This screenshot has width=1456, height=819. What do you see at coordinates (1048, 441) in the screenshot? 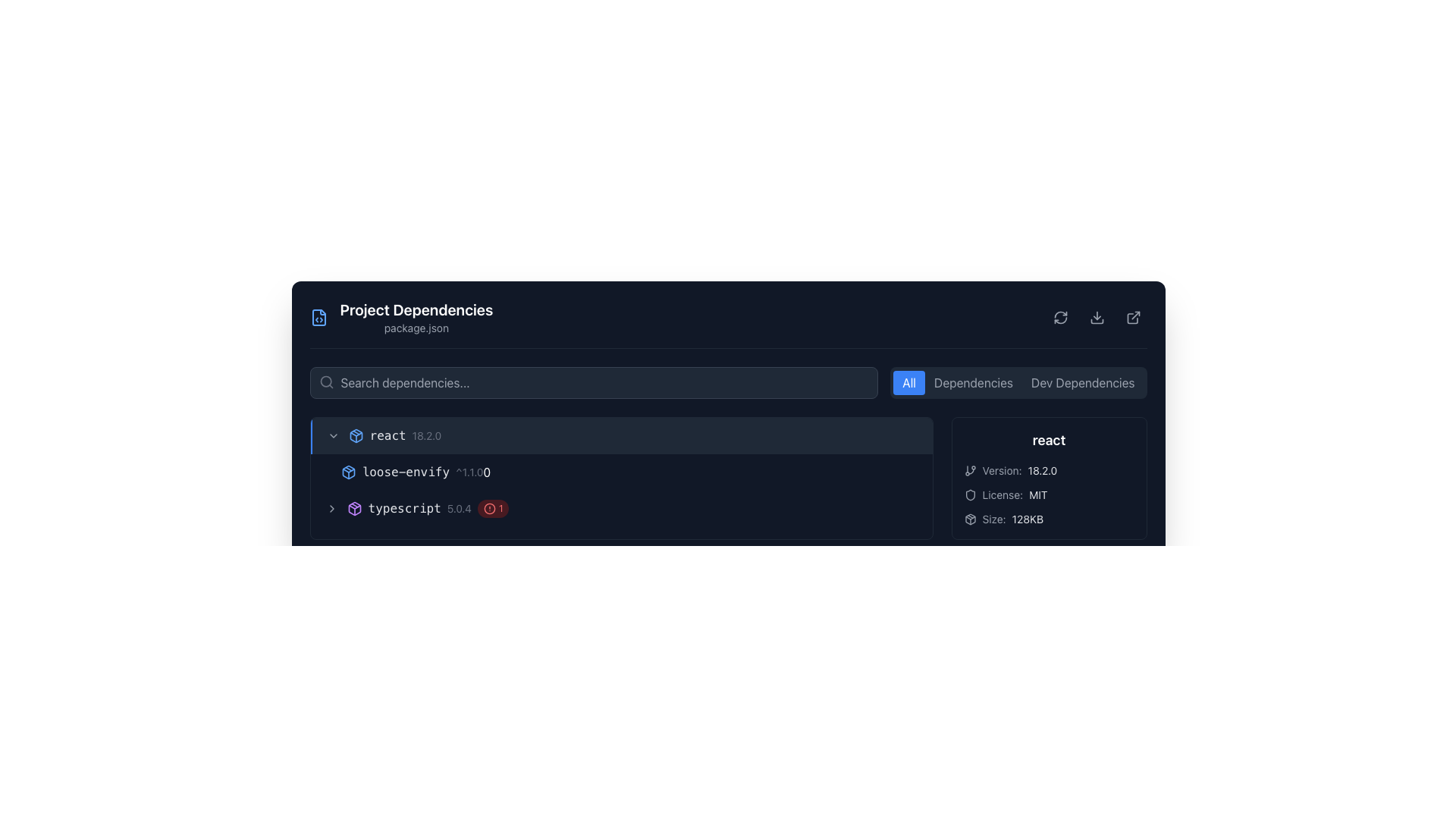
I see `the title text block indicating dependency information for the 'react' library, located at the top center of the card` at bounding box center [1048, 441].